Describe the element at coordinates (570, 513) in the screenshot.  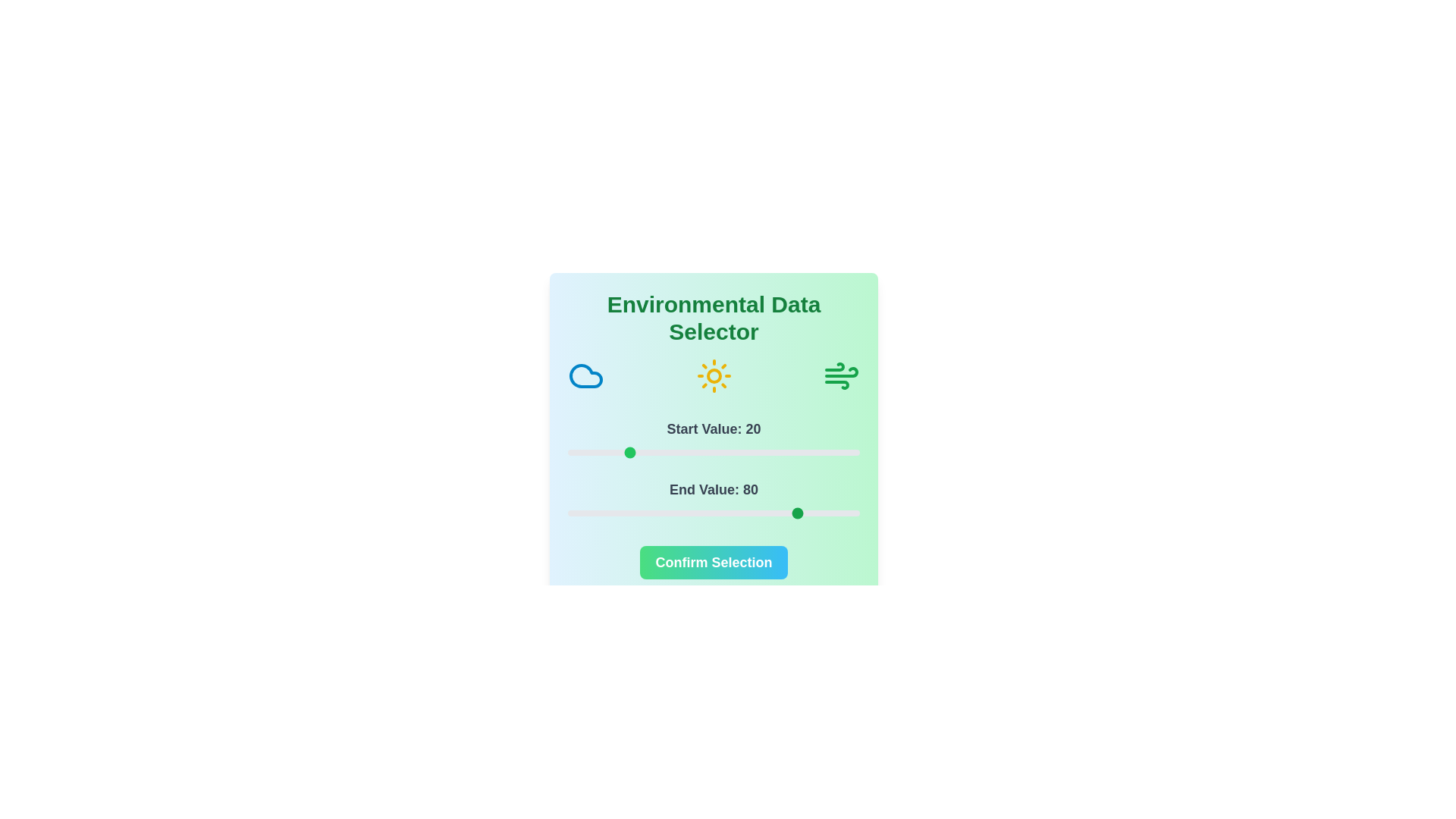
I see `the slider` at that location.